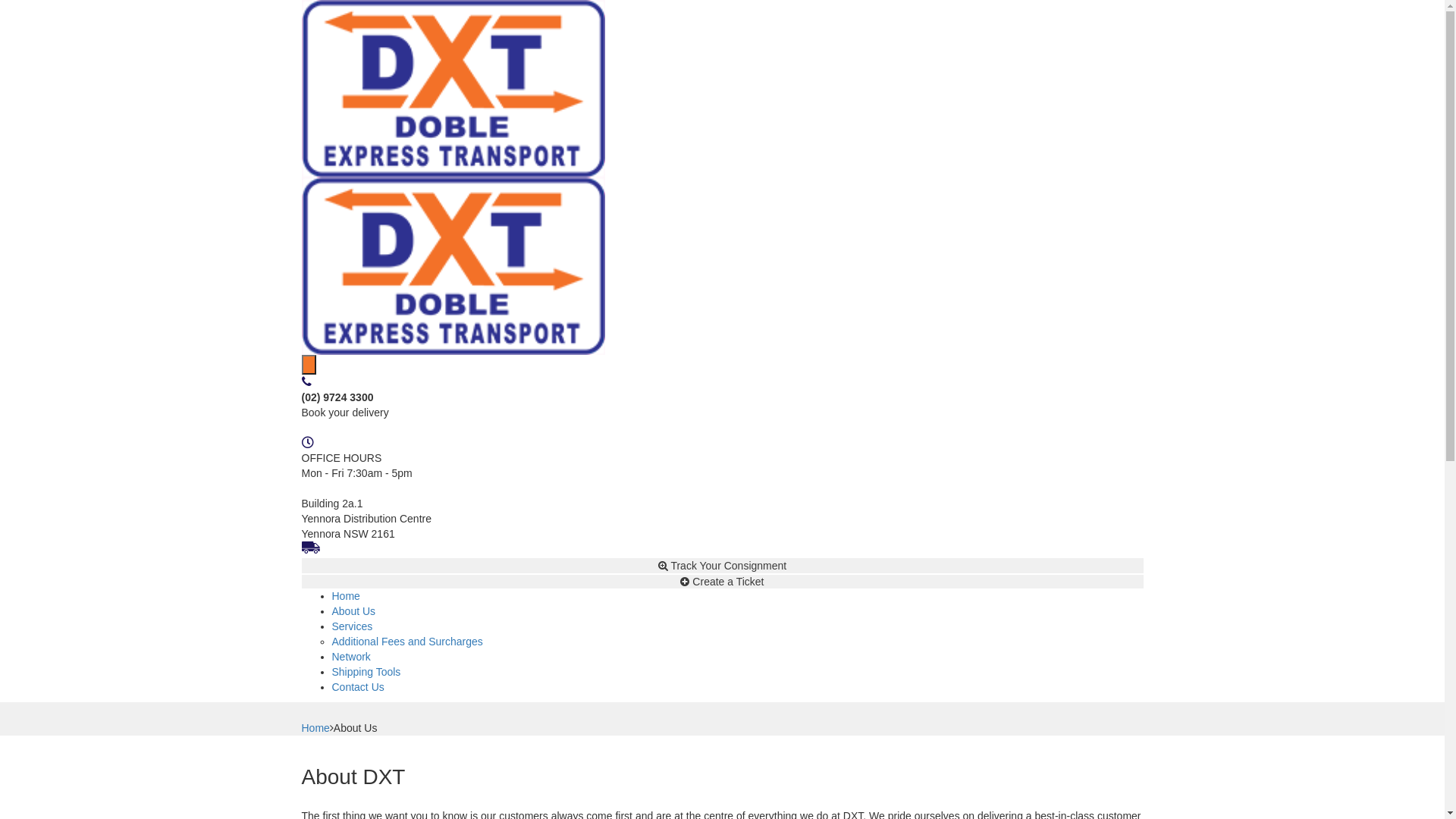 The width and height of the screenshot is (1456, 819). What do you see at coordinates (353, 610) in the screenshot?
I see `'About Us'` at bounding box center [353, 610].